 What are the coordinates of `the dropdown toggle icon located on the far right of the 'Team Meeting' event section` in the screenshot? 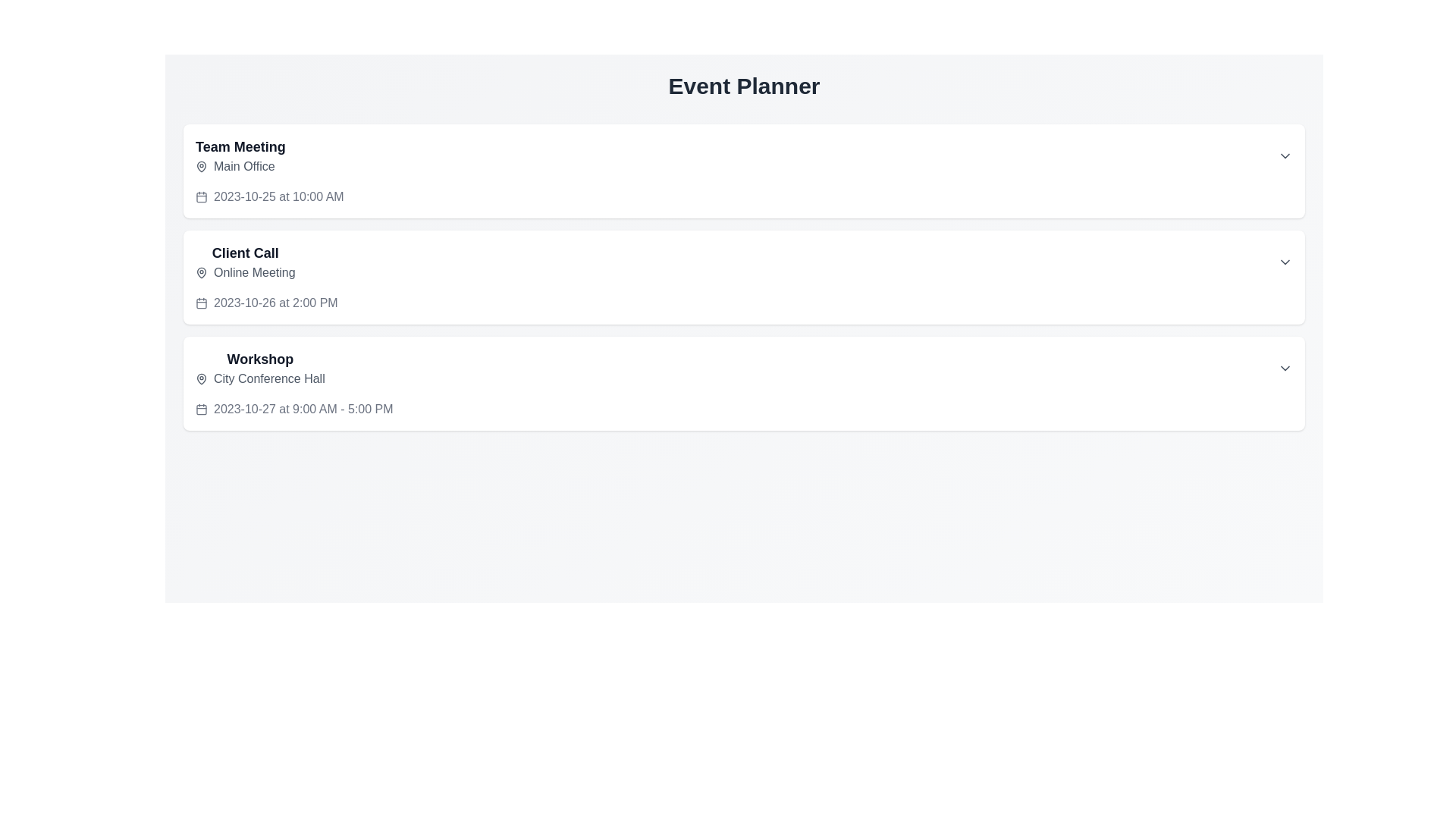 It's located at (1284, 155).